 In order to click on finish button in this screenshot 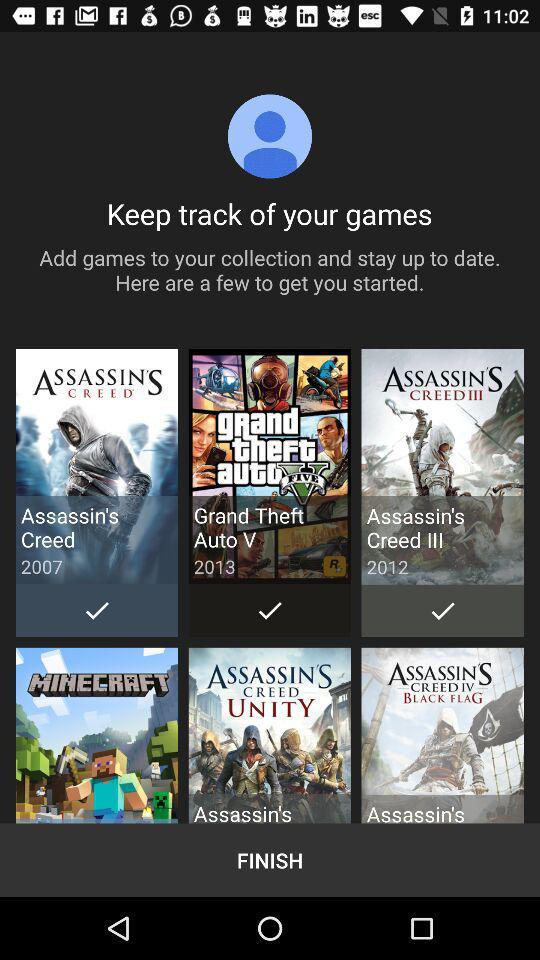, I will do `click(270, 859)`.